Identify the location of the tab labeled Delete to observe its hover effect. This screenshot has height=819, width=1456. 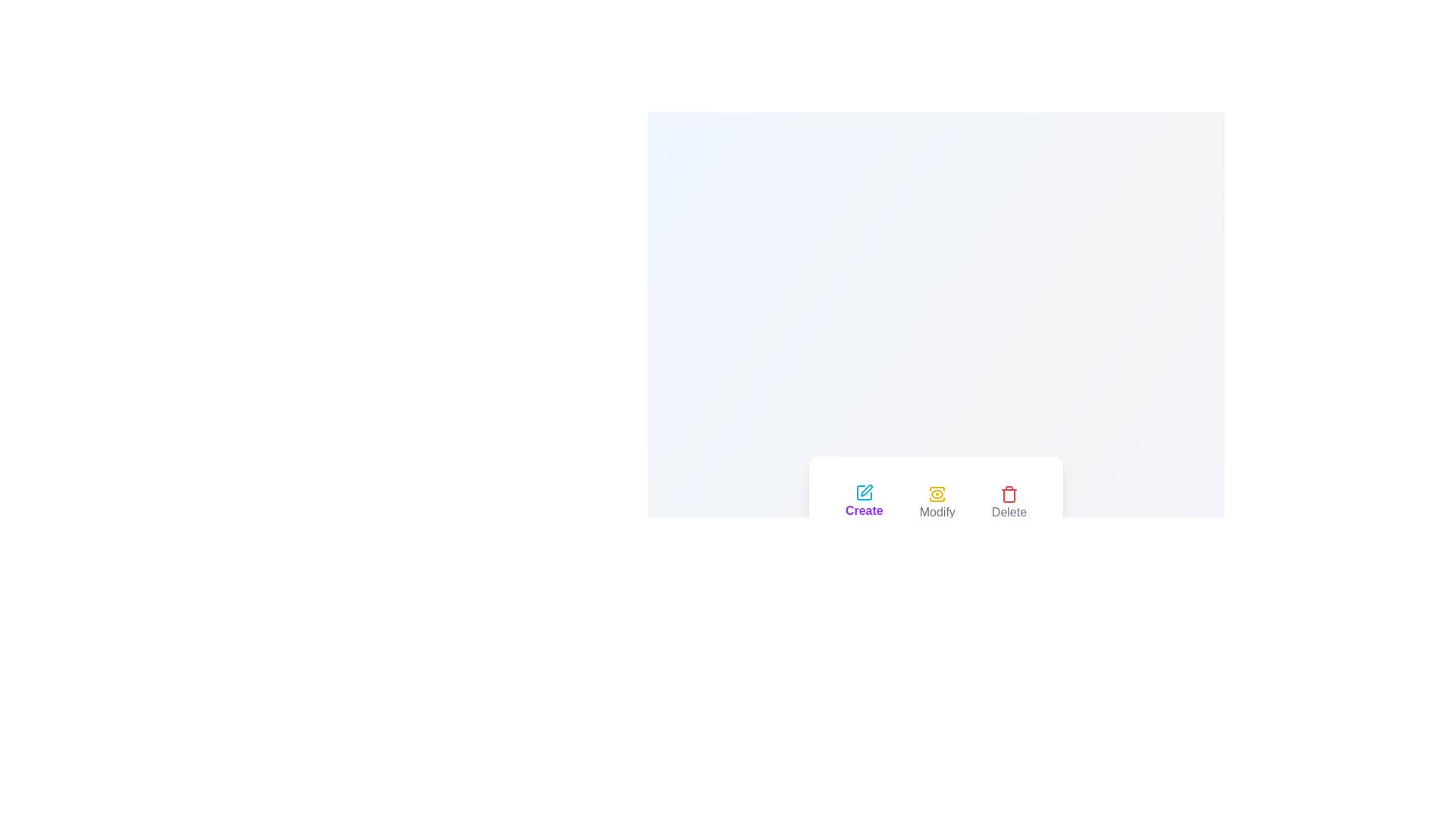
(1009, 503).